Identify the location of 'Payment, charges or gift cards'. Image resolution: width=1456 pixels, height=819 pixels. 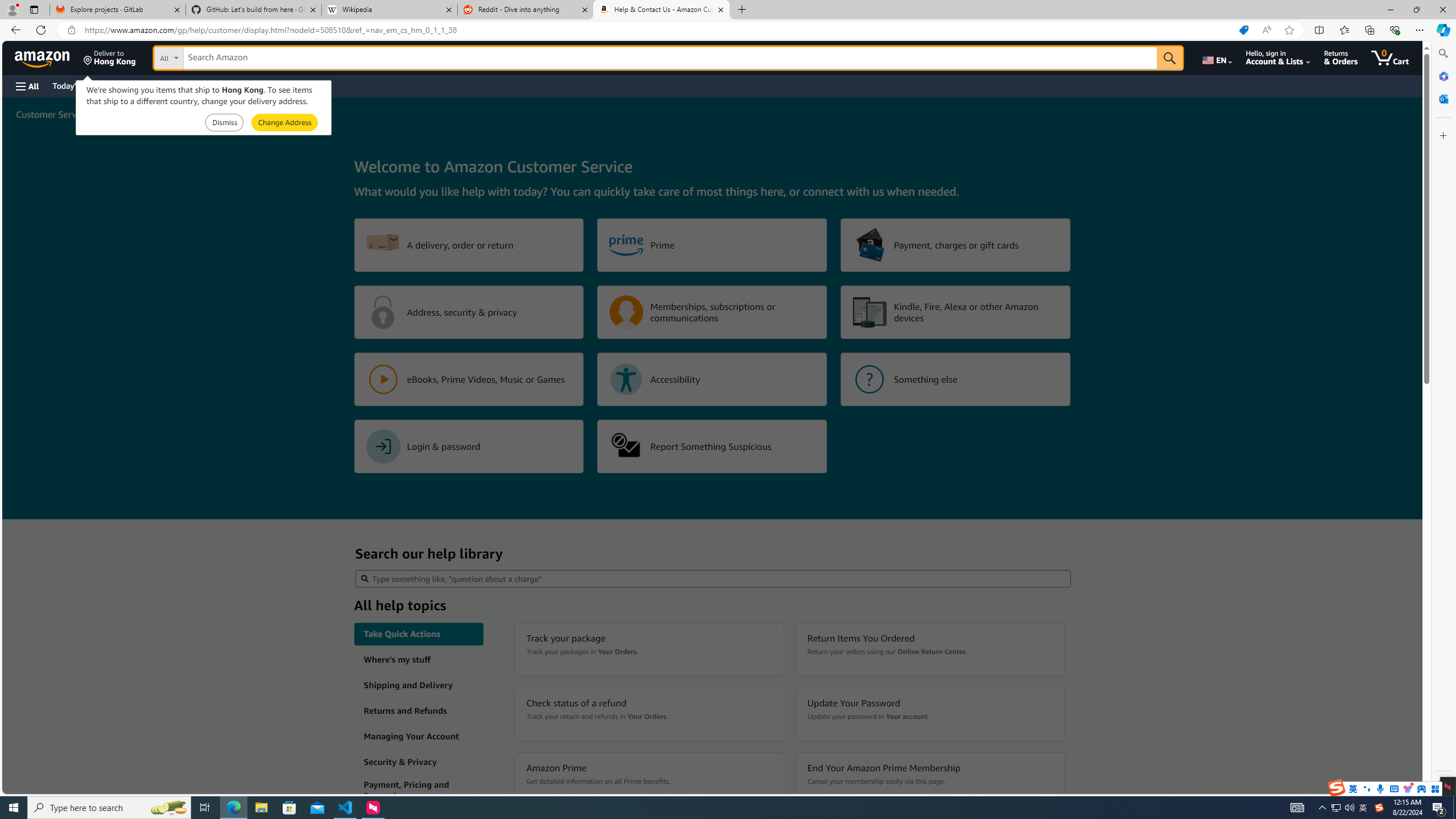
(955, 245).